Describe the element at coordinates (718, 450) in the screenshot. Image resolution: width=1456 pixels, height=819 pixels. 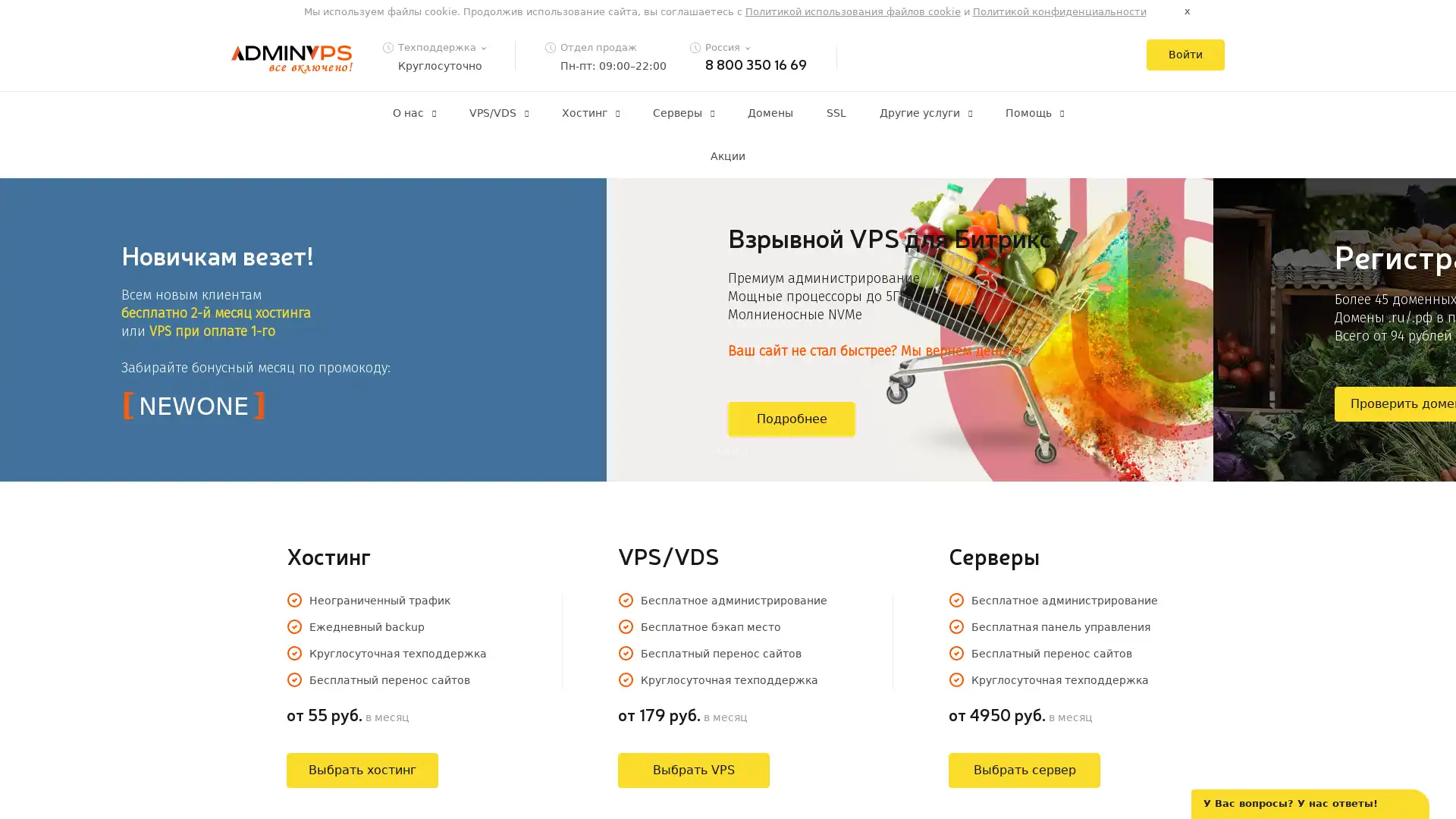
I see `2` at that location.